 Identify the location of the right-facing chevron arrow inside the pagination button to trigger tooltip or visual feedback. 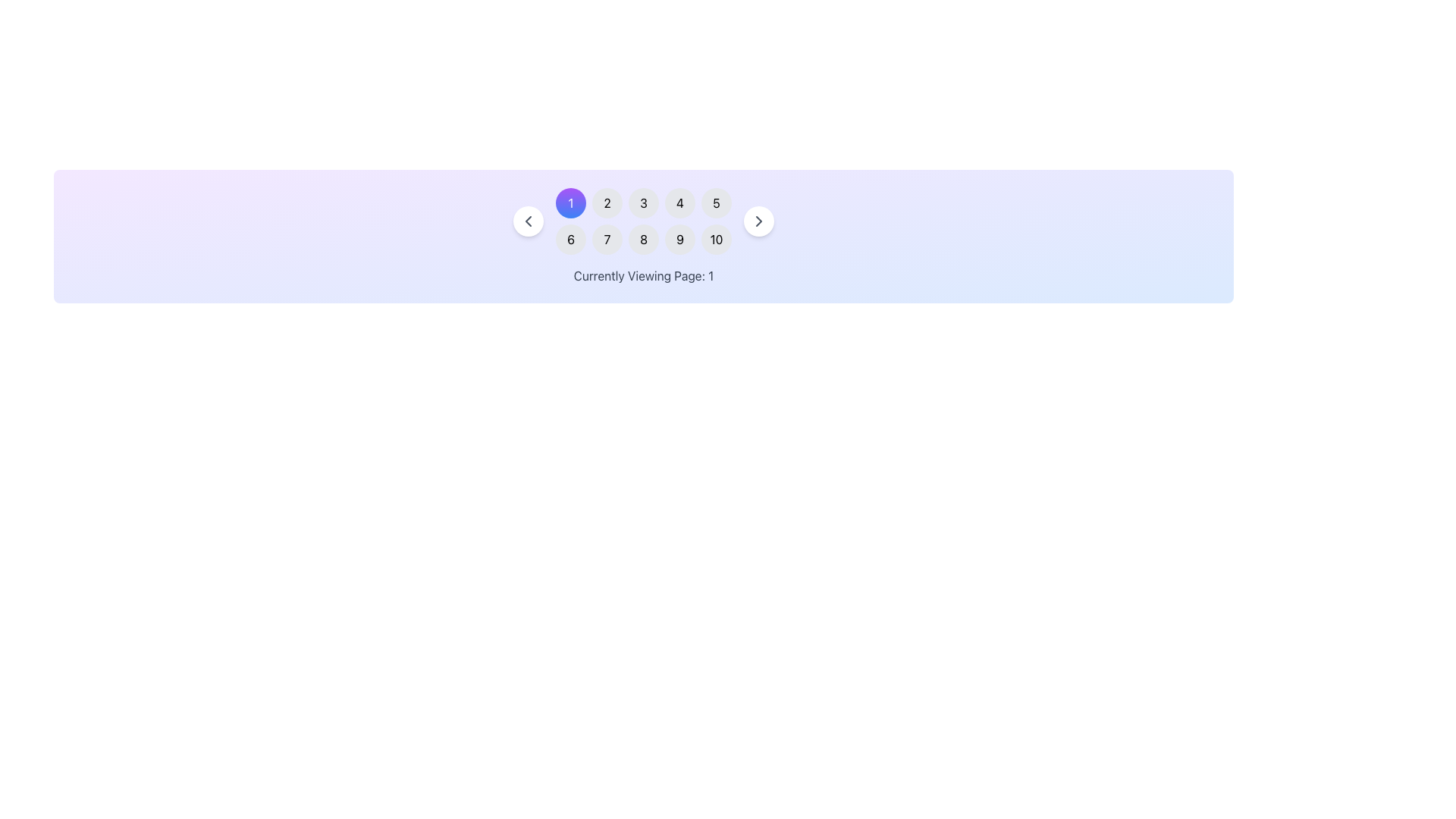
(759, 221).